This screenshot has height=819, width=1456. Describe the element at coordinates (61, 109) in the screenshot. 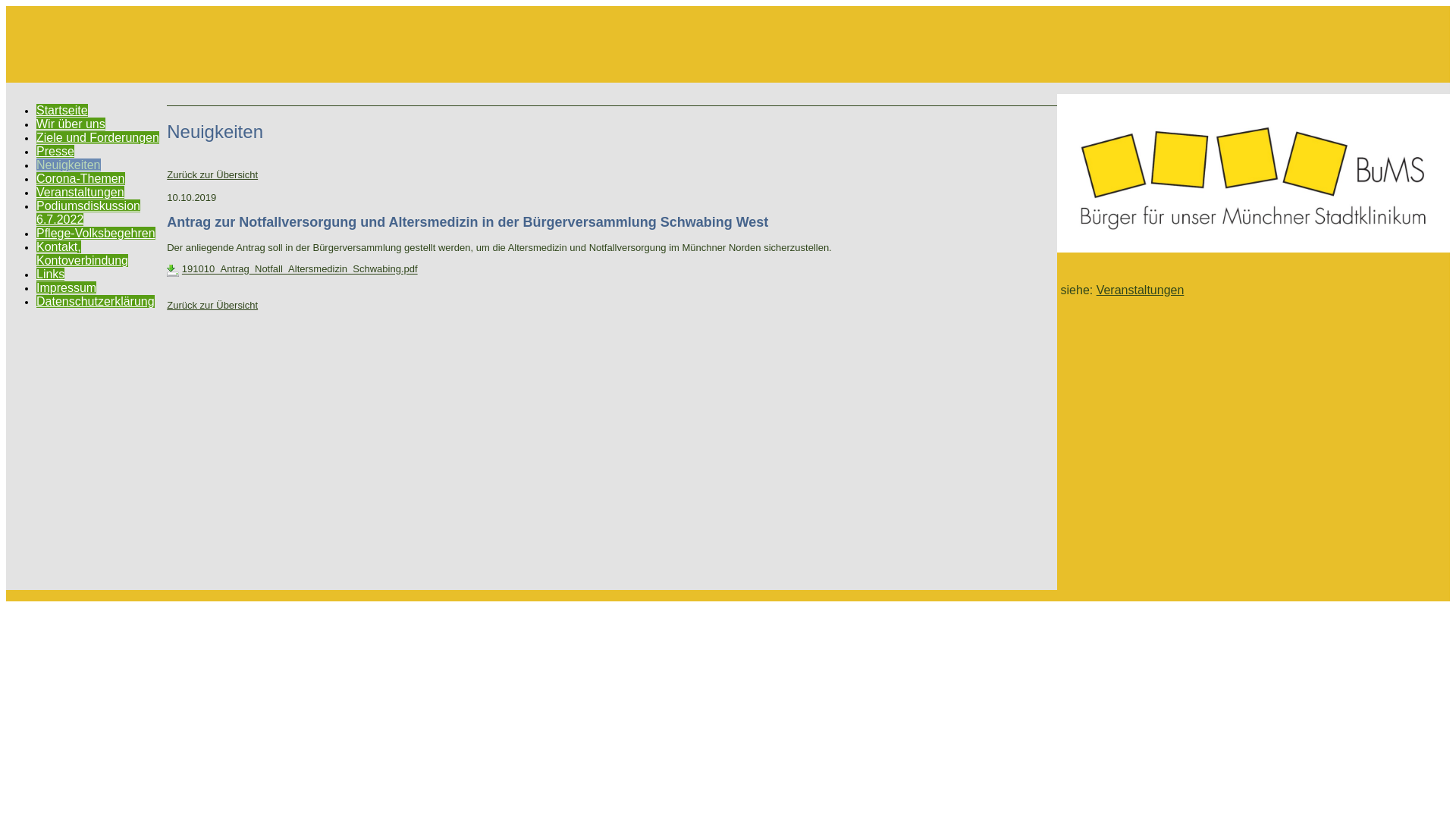

I see `'Startseite'` at that location.